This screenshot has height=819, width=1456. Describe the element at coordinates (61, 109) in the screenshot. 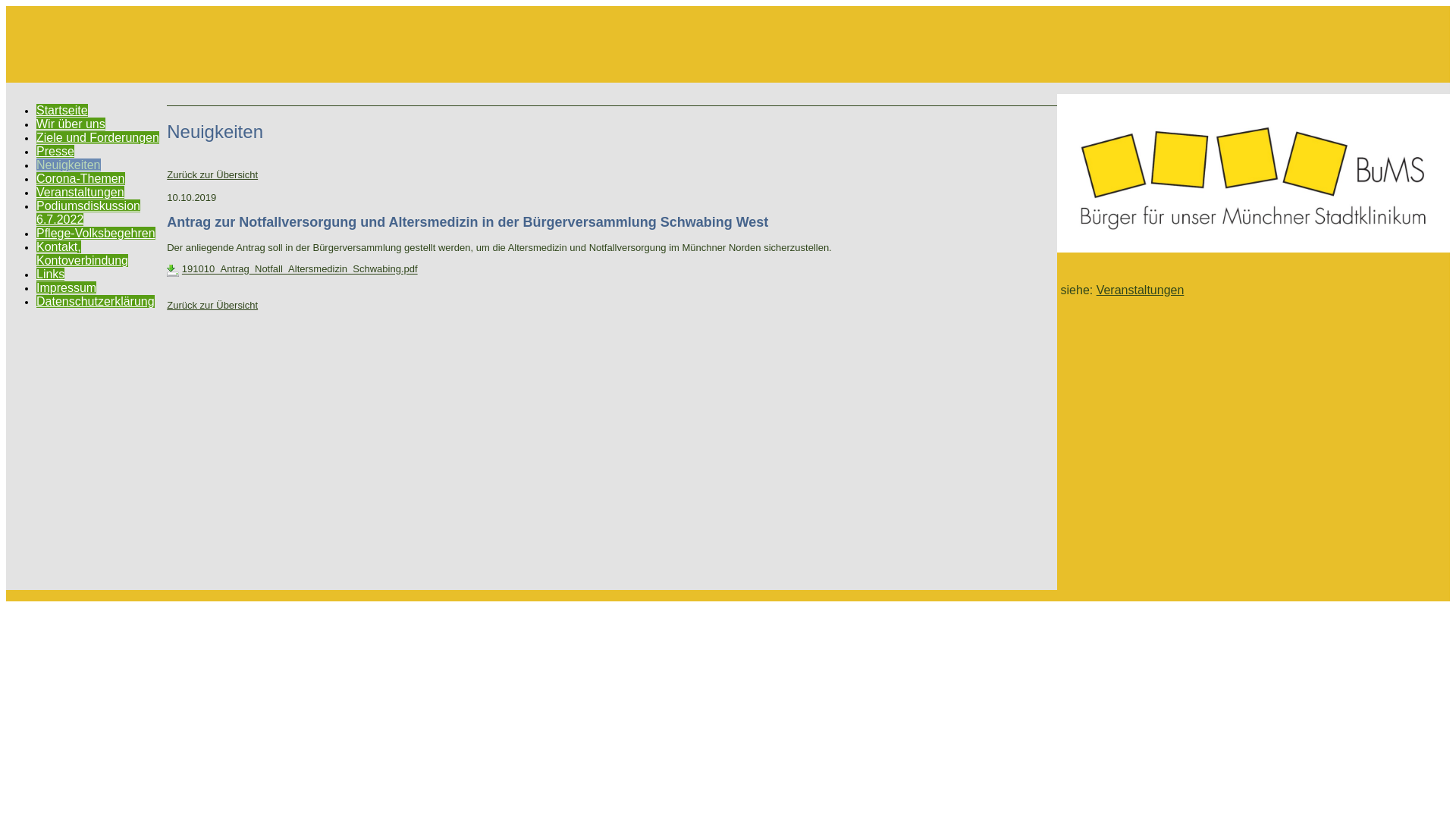

I see `'Startseite'` at that location.